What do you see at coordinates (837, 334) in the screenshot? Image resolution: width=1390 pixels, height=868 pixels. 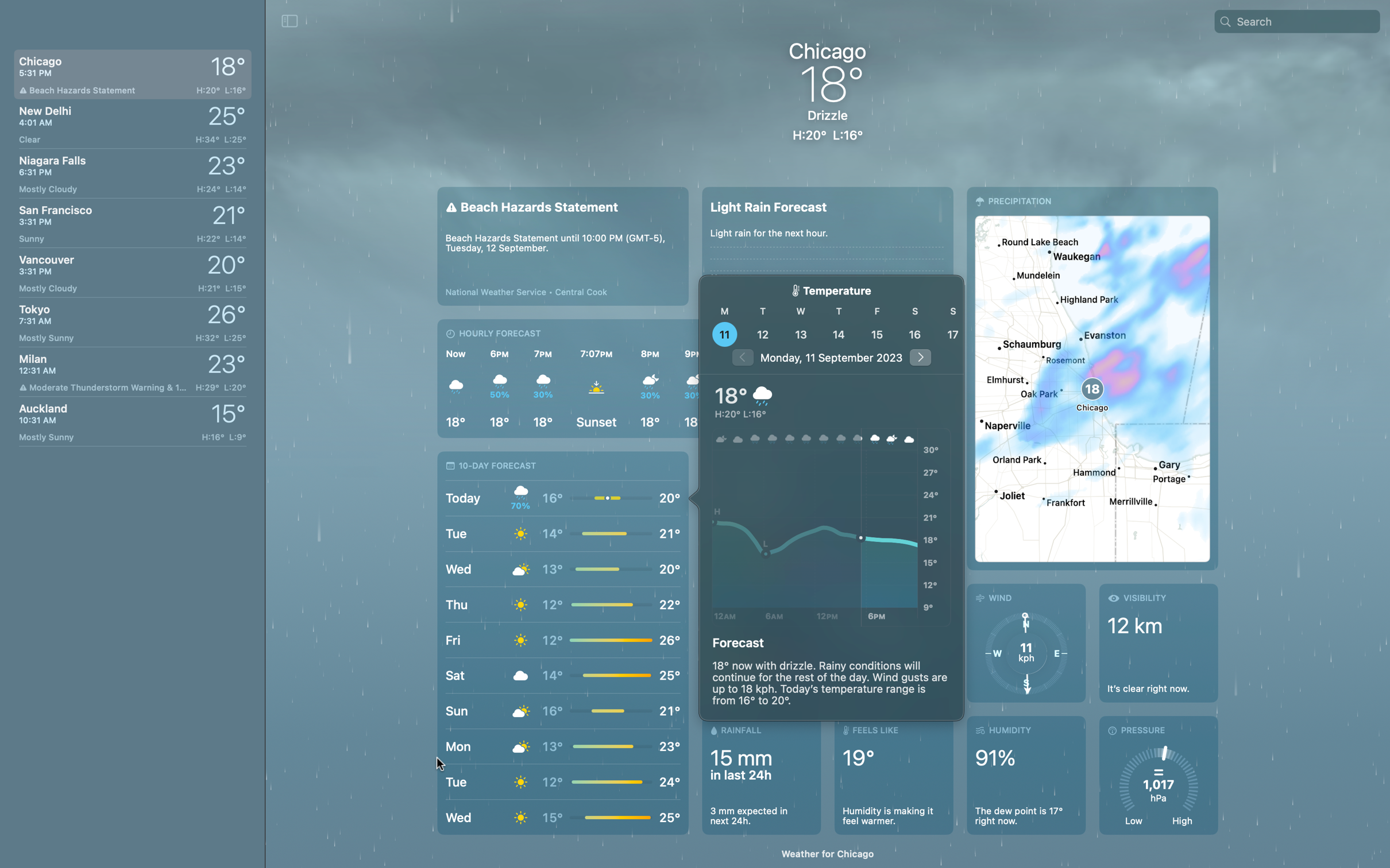 I see `View the weather on the 14th` at bounding box center [837, 334].